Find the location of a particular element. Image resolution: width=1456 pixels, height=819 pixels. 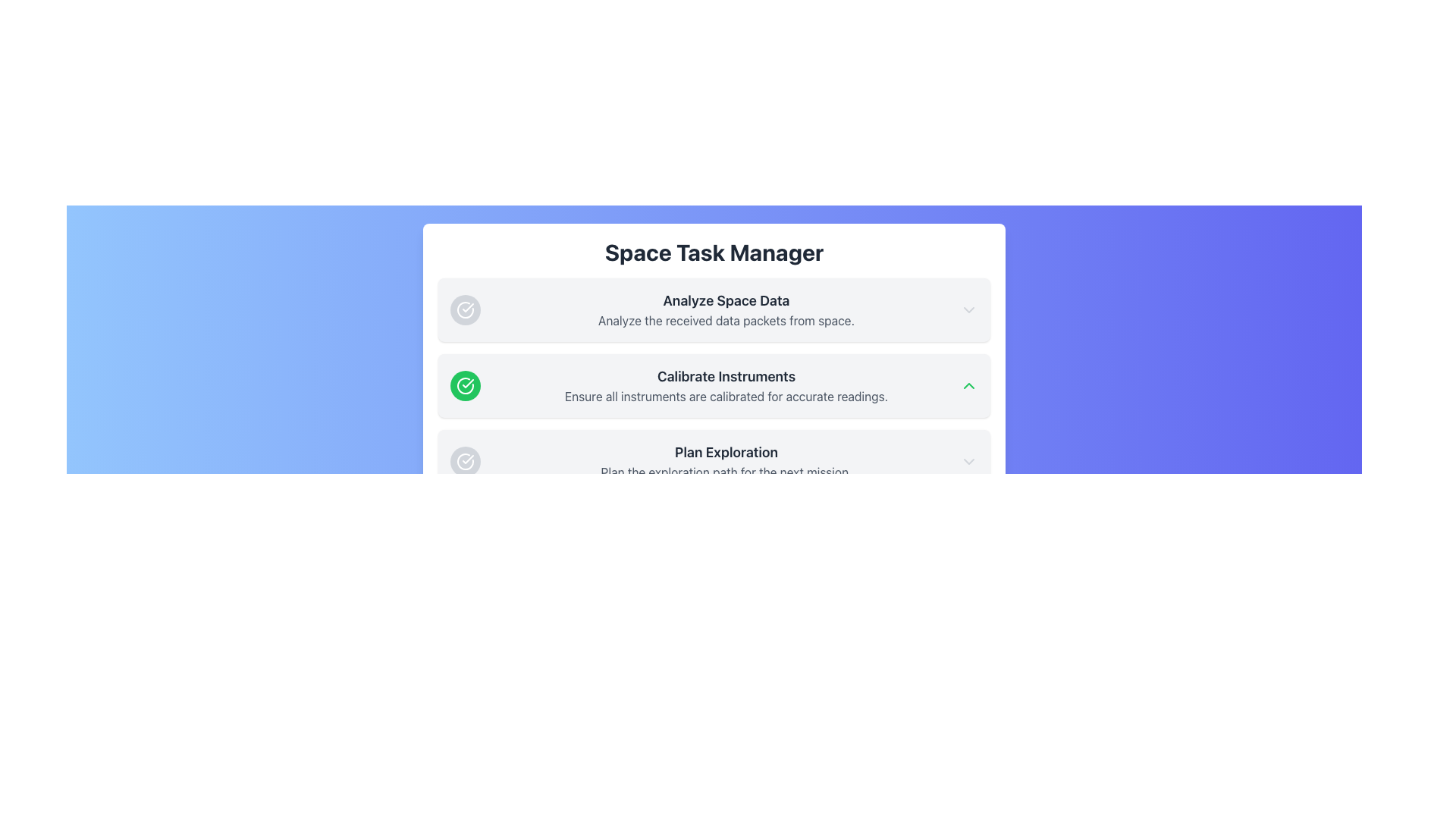

the circular status indicator icon with a light gray background and a white checkmark, located to the left of the 'Analyze Space Data' title text is located at coordinates (465, 309).